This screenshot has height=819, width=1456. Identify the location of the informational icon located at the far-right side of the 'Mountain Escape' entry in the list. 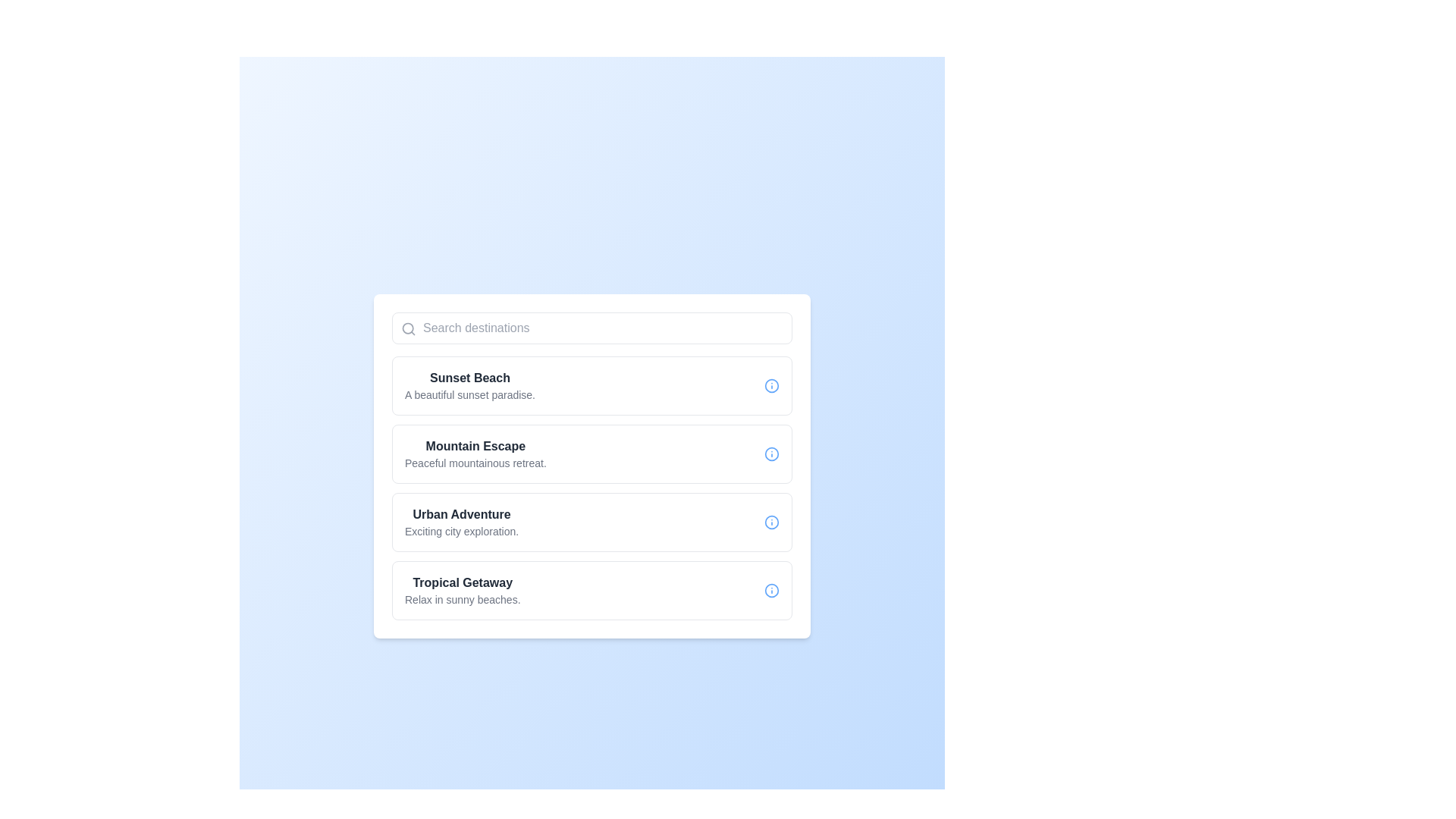
(771, 453).